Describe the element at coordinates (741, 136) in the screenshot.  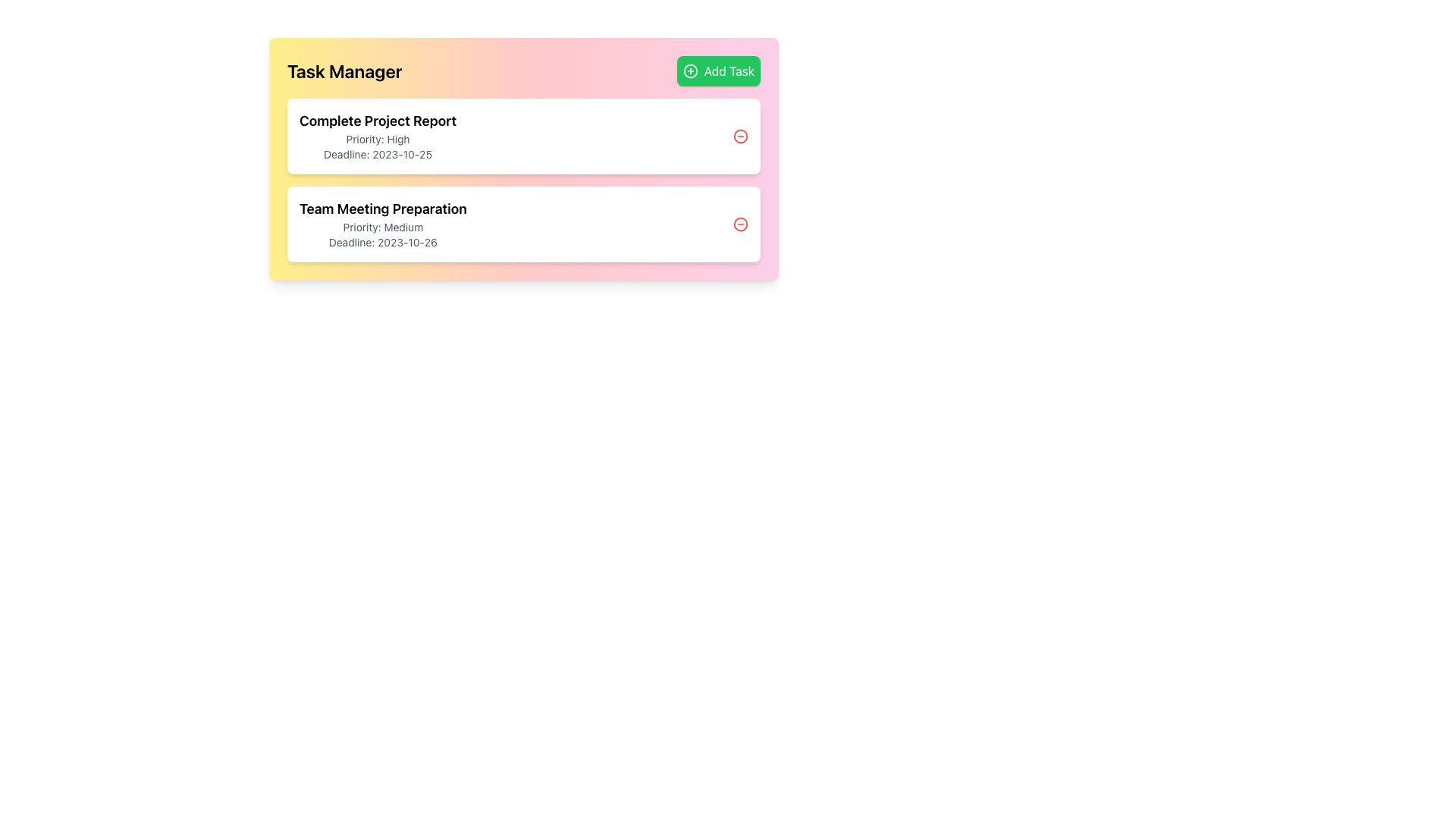
I see `the solid circular shape that represents the delete or remove icon in the 'Complete Project Report' task item section` at that location.